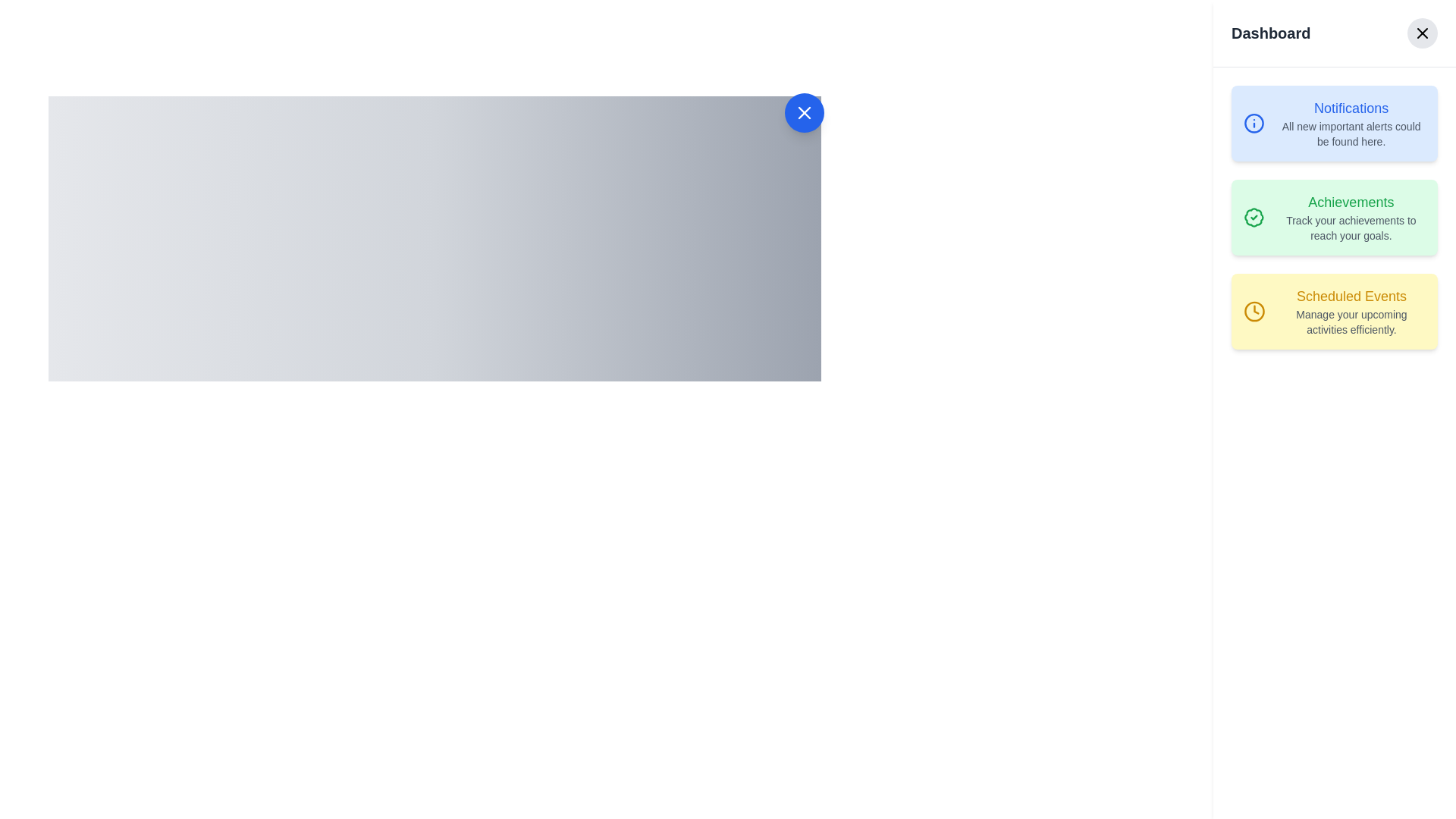 The image size is (1456, 819). I want to click on the circular icon with a blue outline and central dot, located next to the 'Notifications' text in a blue box, so click(1254, 122).